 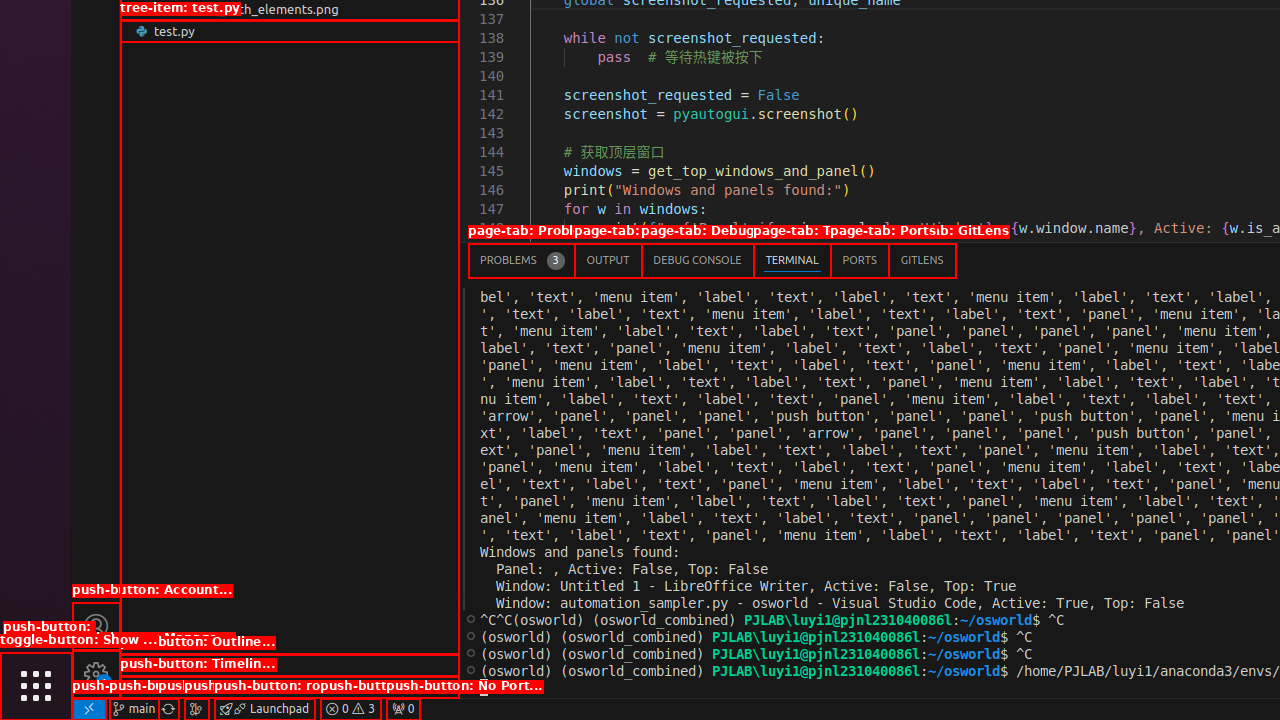 What do you see at coordinates (87, 707) in the screenshot?
I see `'remote'` at bounding box center [87, 707].